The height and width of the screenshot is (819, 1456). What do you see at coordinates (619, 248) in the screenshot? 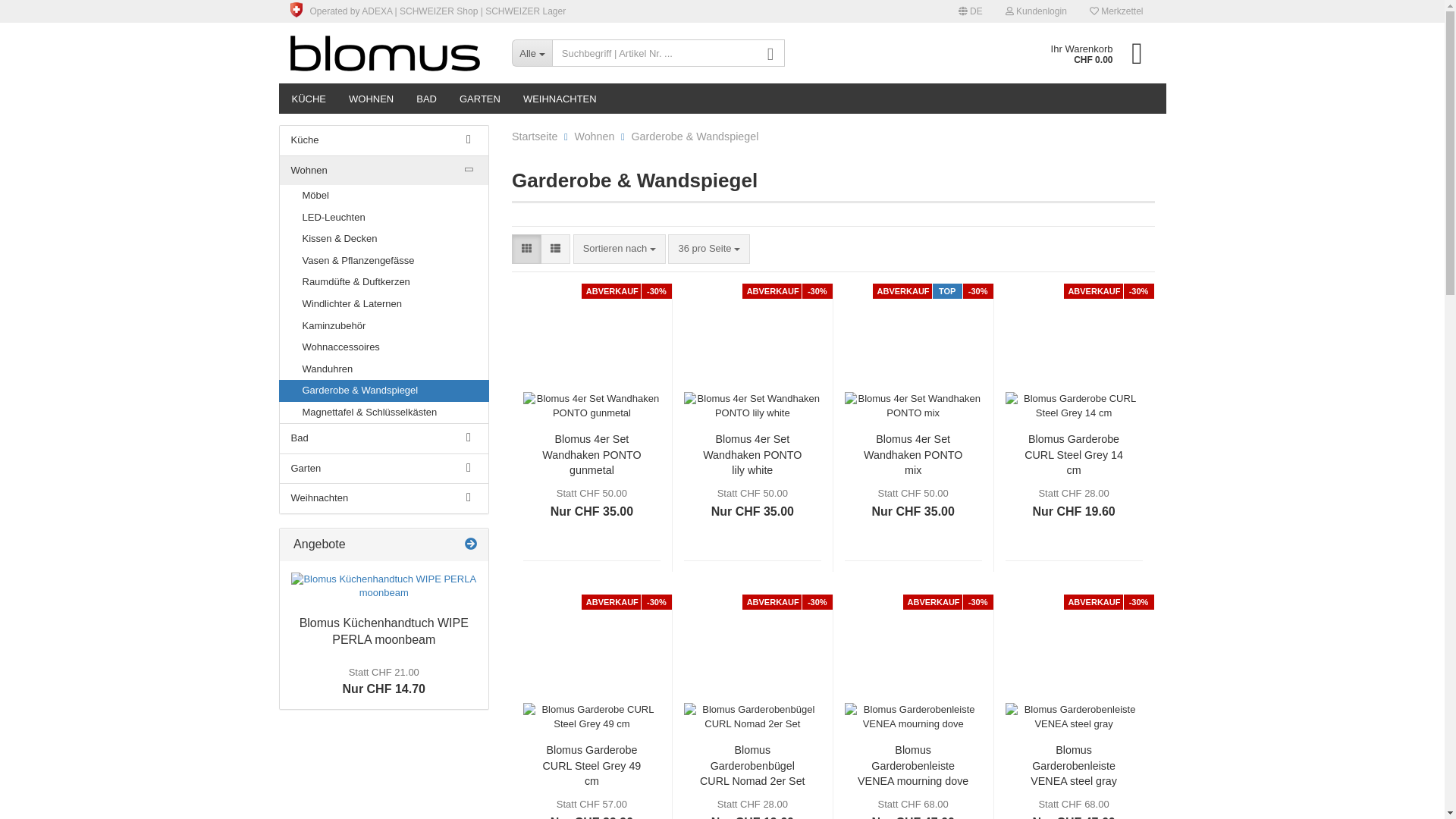
I see `'Sortieren nach'` at bounding box center [619, 248].